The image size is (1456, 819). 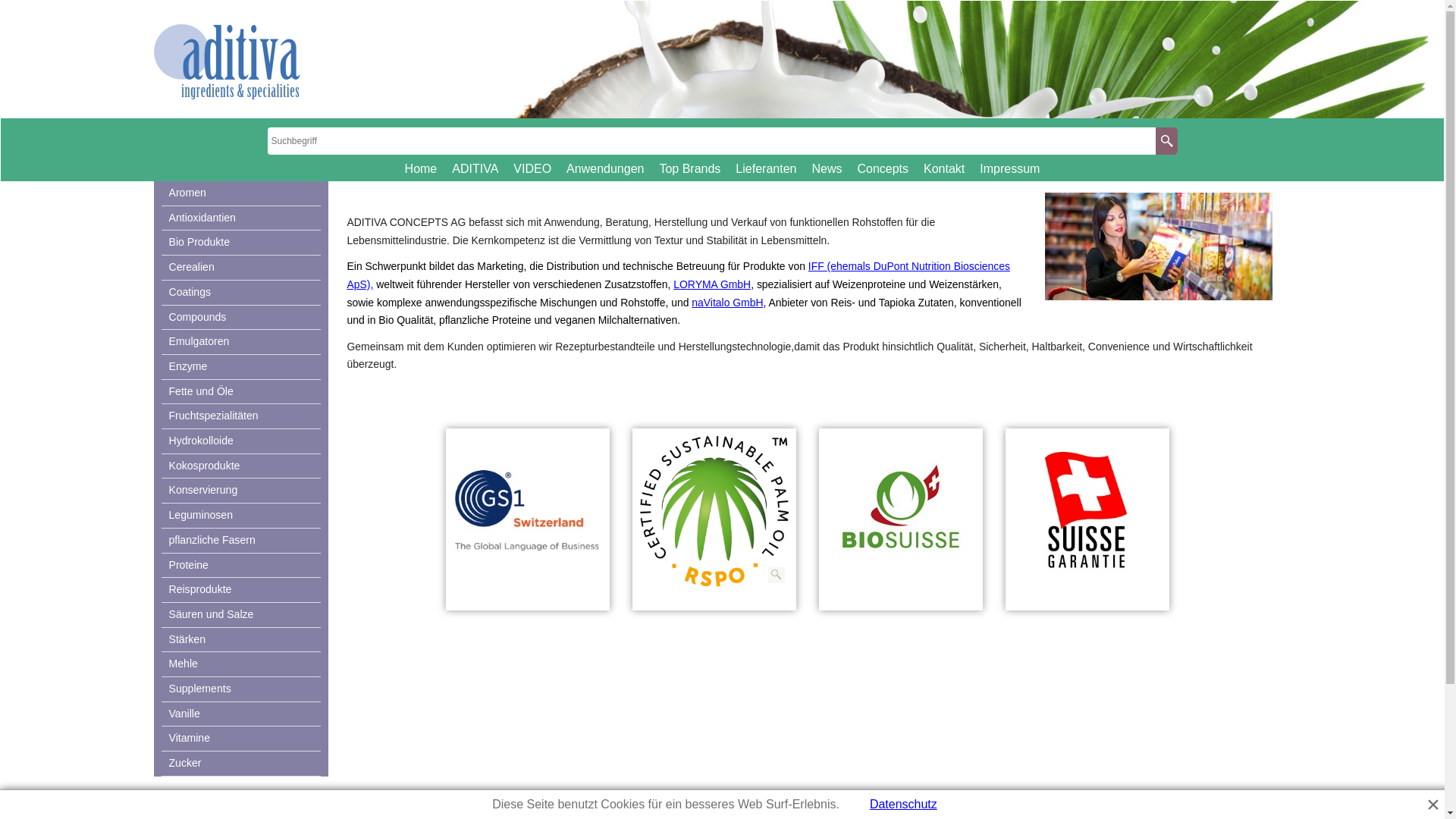 What do you see at coordinates (239, 441) in the screenshot?
I see `'Hydrokolloide'` at bounding box center [239, 441].